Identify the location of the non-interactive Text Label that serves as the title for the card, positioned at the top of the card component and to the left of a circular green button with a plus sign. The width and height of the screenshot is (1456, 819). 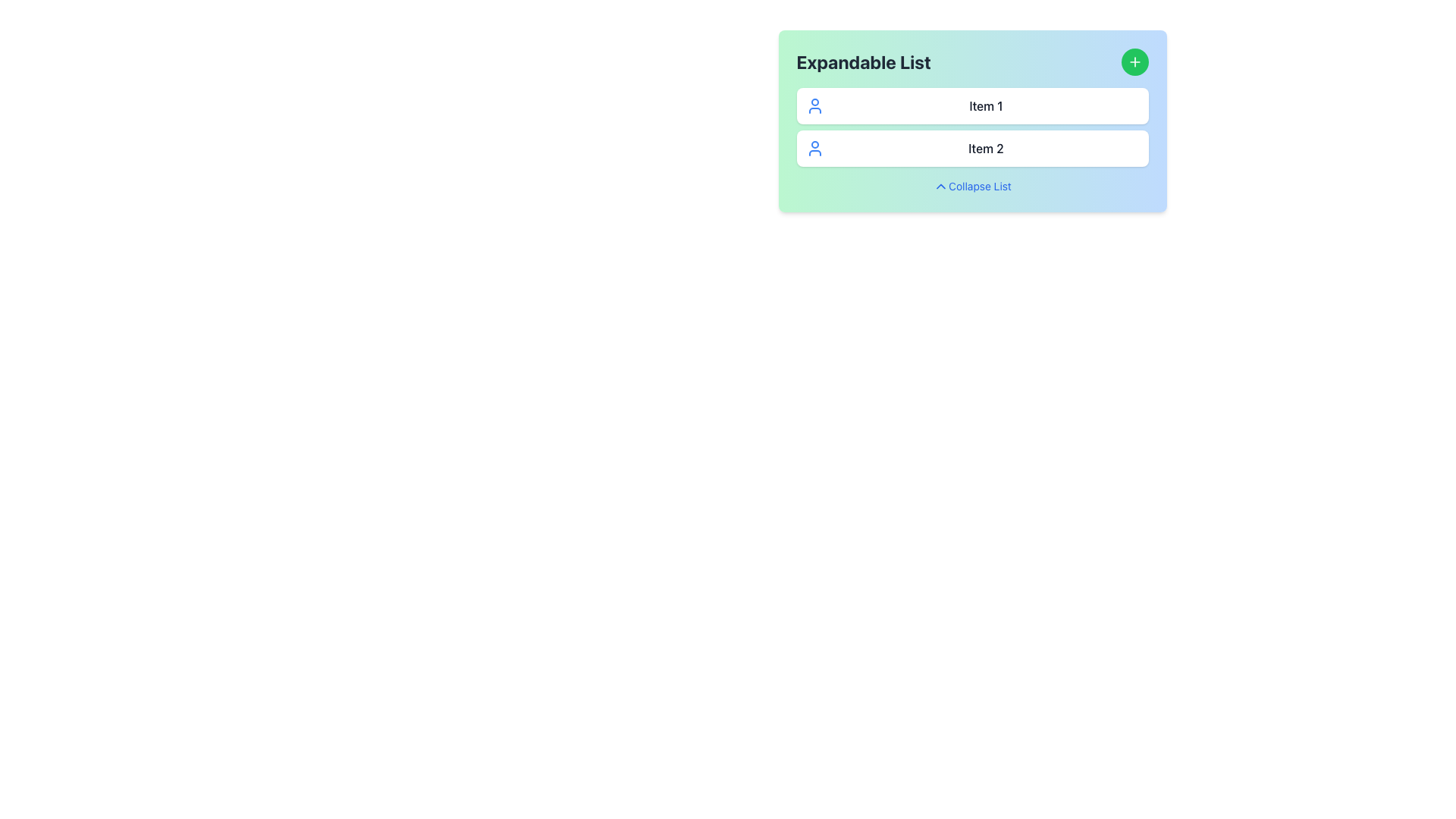
(864, 61).